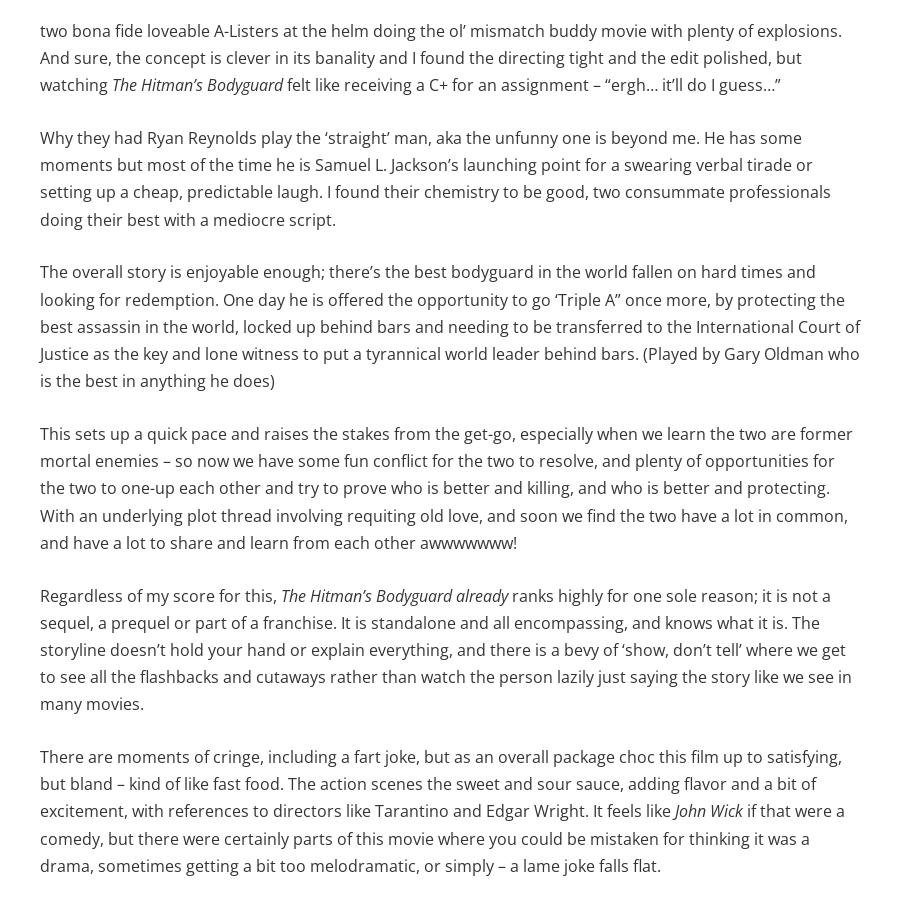  I want to click on 'This sets up a quick pace and raises the stakes from the get-go, especially when we learn the two are former mortal enemies – so now we have some fun conflict for the two to resolve, and plenty of opportunities for the two to one-up each other and try to prove who is better and killing, and who is better and protecting. With an underlying plot thread involving requiting old love, and soon we find the two have a lot in common, and have a lot to share and learn from each other awwwwwww!', so click(38, 487).